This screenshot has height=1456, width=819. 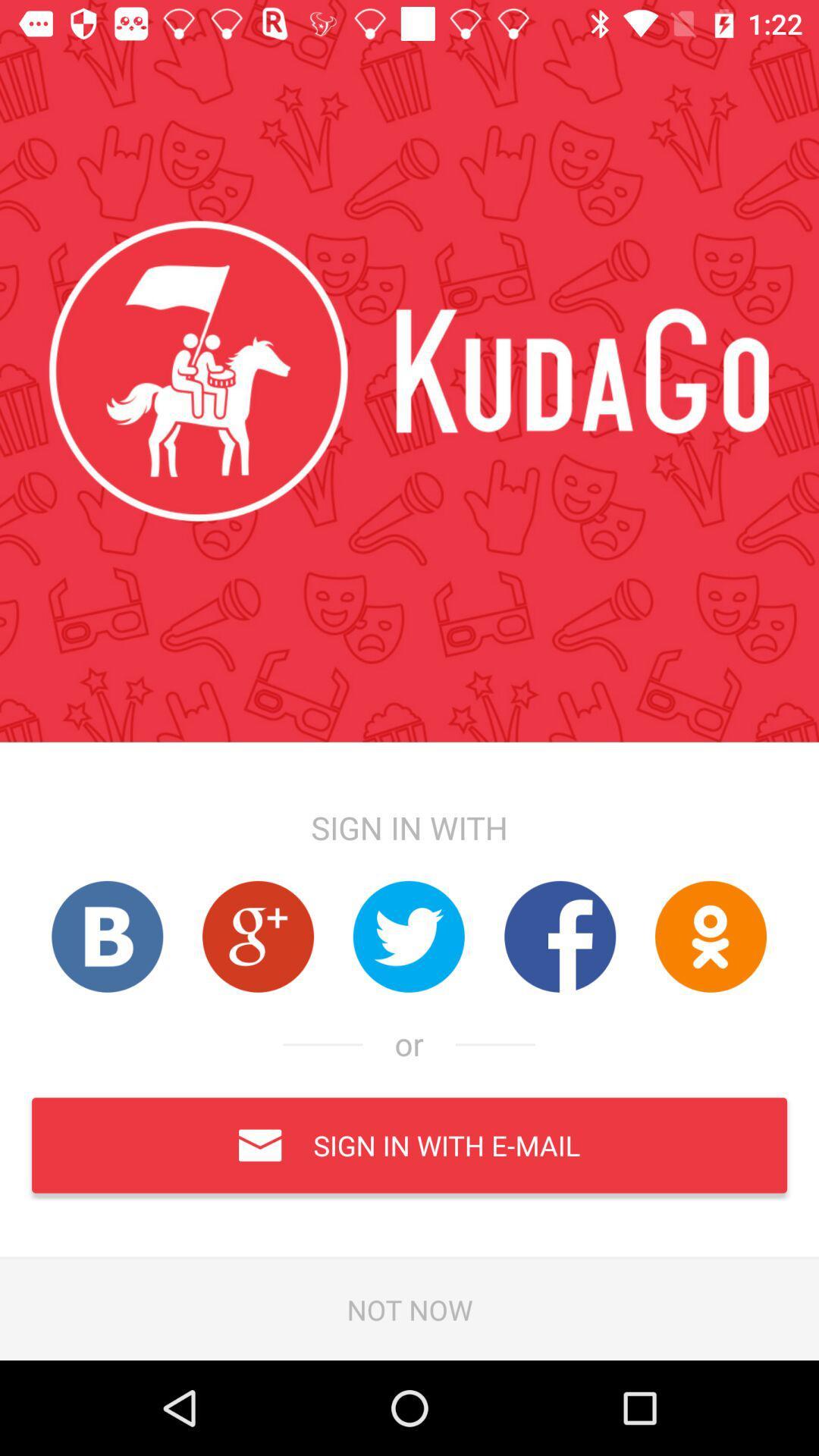 I want to click on sign in with twitter, so click(x=408, y=936).